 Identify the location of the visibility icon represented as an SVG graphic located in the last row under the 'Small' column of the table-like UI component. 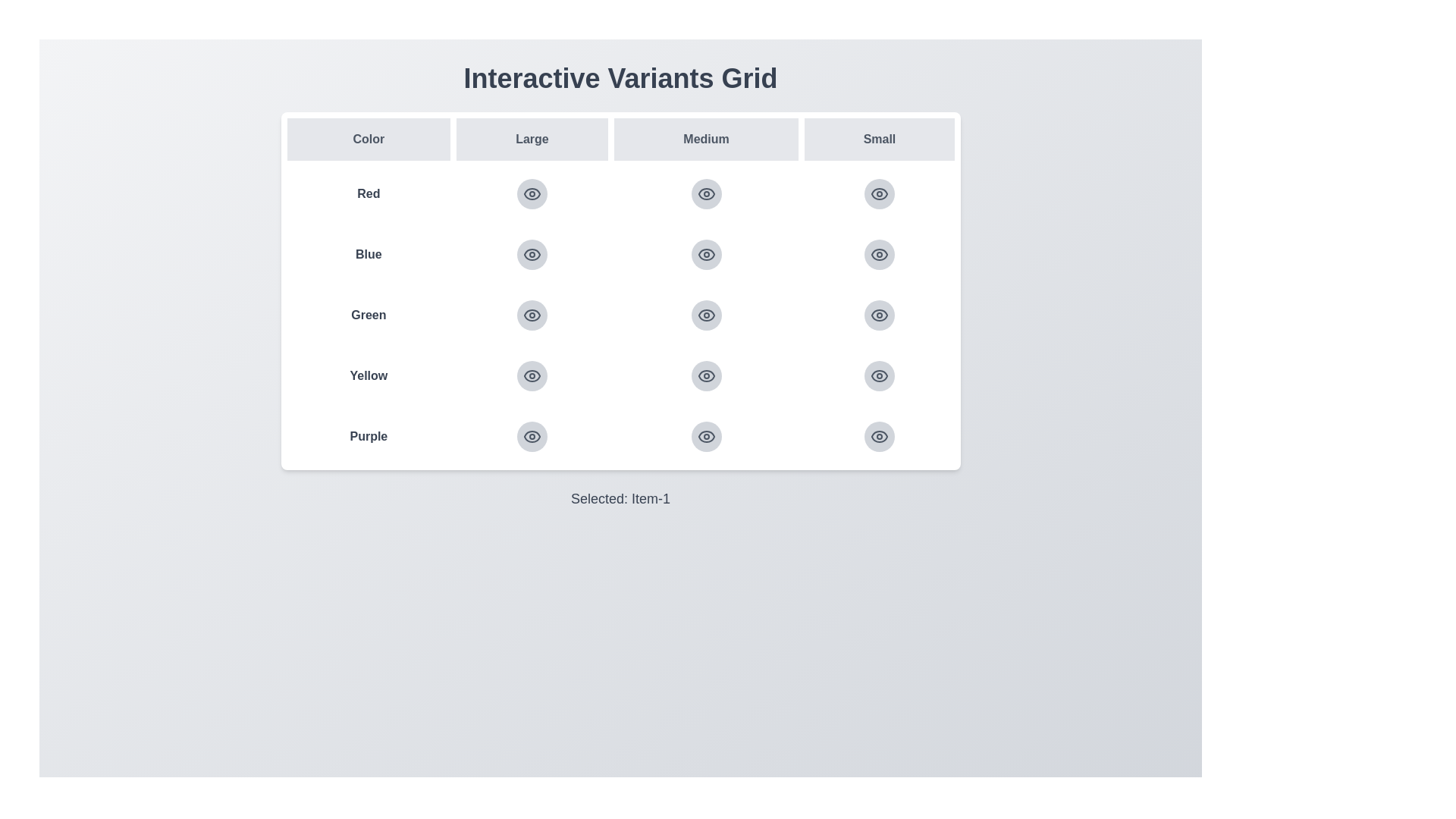
(880, 436).